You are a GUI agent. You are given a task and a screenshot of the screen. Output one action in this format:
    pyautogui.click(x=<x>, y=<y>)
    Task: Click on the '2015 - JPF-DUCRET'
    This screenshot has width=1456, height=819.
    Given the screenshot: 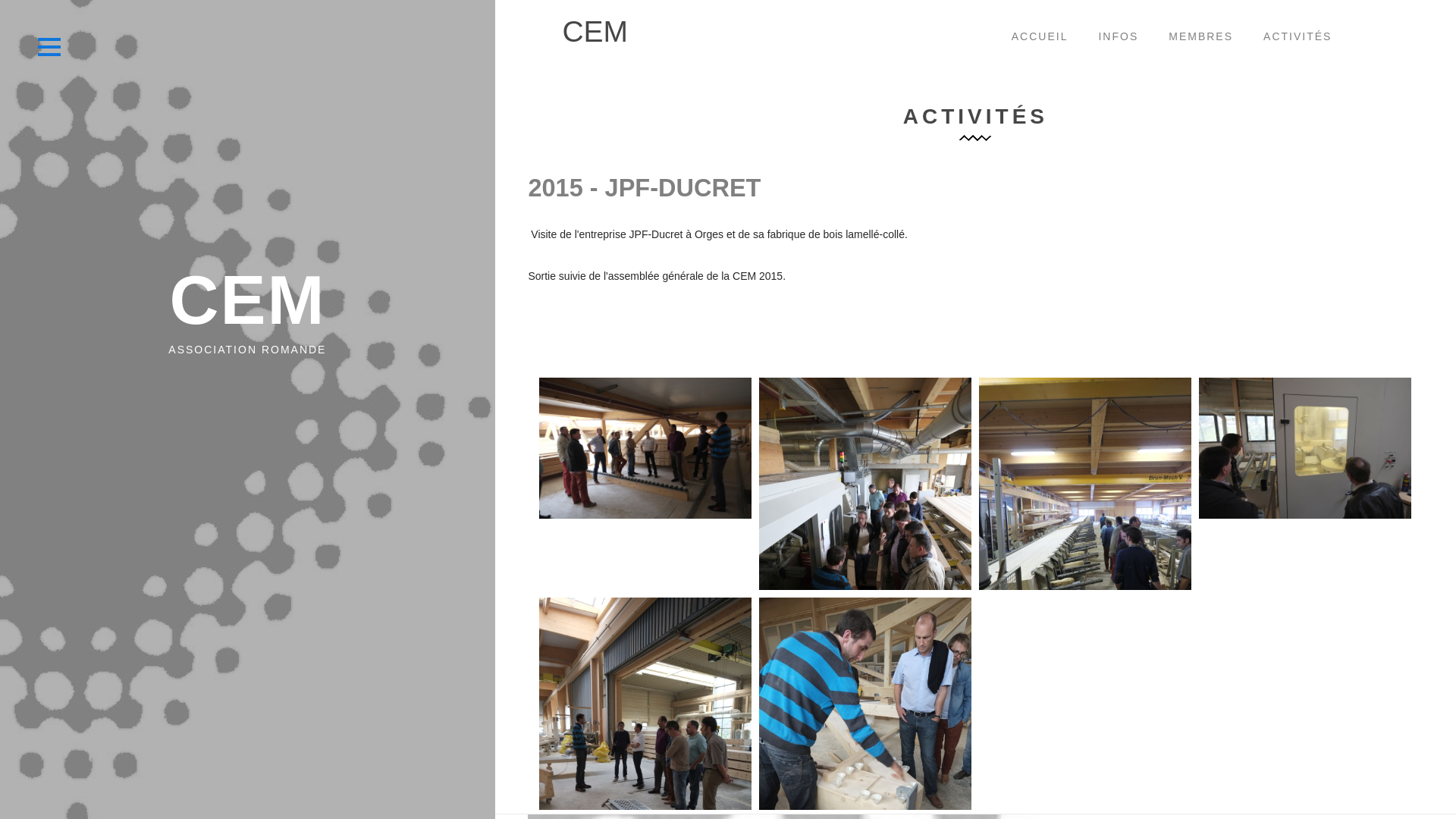 What is the action you would take?
    pyautogui.click(x=644, y=187)
    